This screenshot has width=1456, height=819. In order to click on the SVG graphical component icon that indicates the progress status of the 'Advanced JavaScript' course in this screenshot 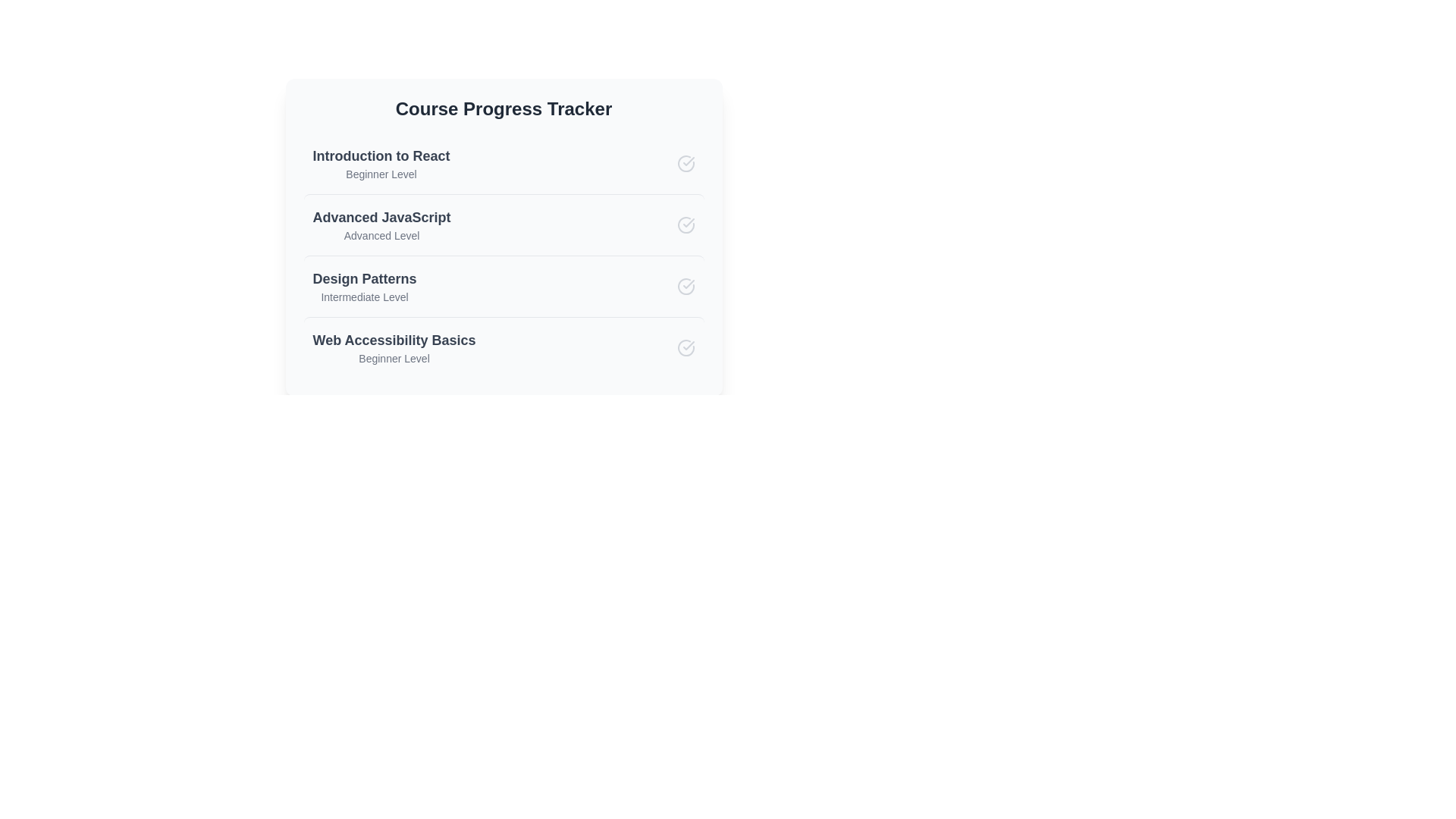, I will do `click(684, 224)`.